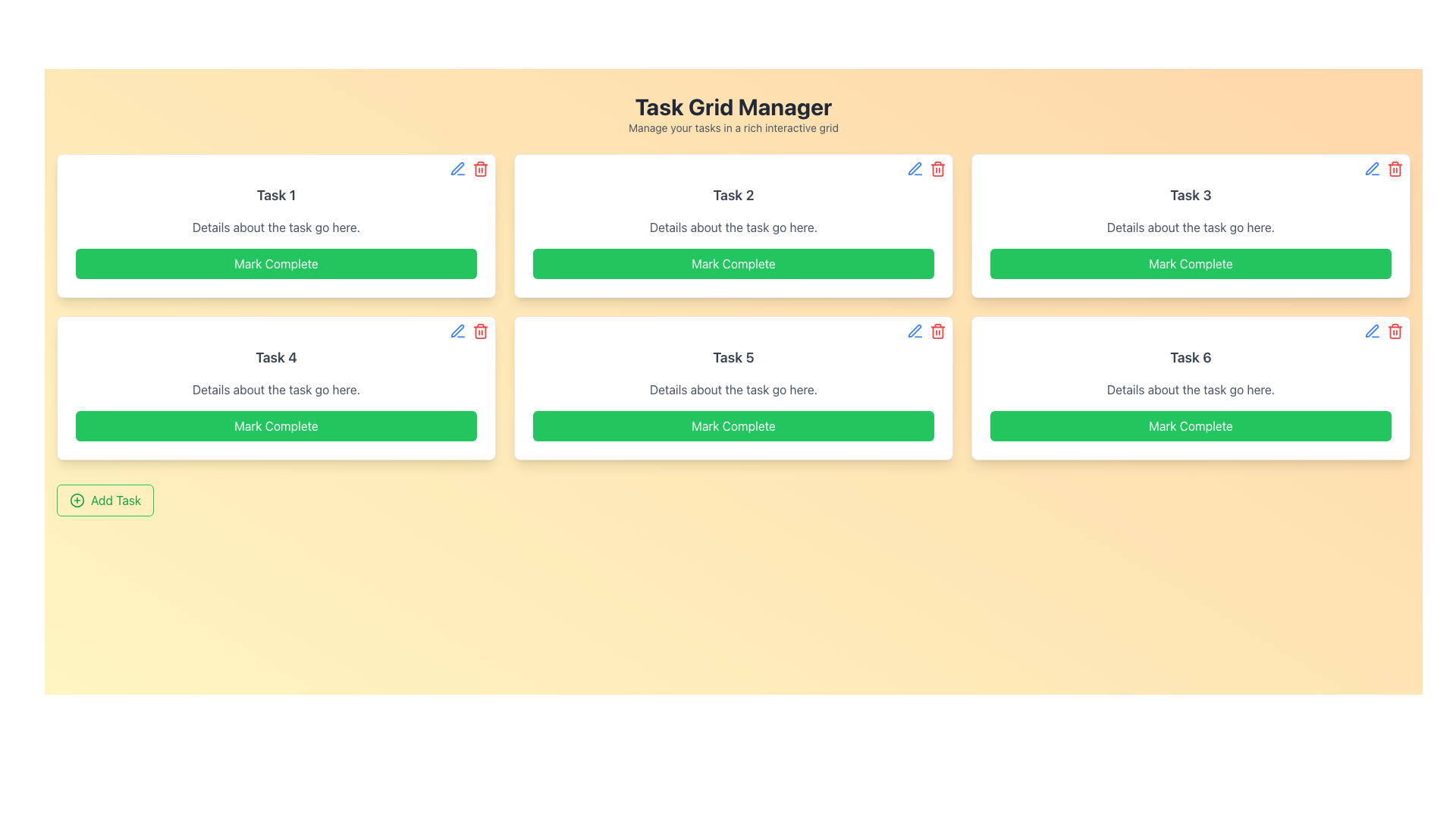 The image size is (1456, 819). I want to click on the edit button located at the top right corner of the task card, so click(914, 169).